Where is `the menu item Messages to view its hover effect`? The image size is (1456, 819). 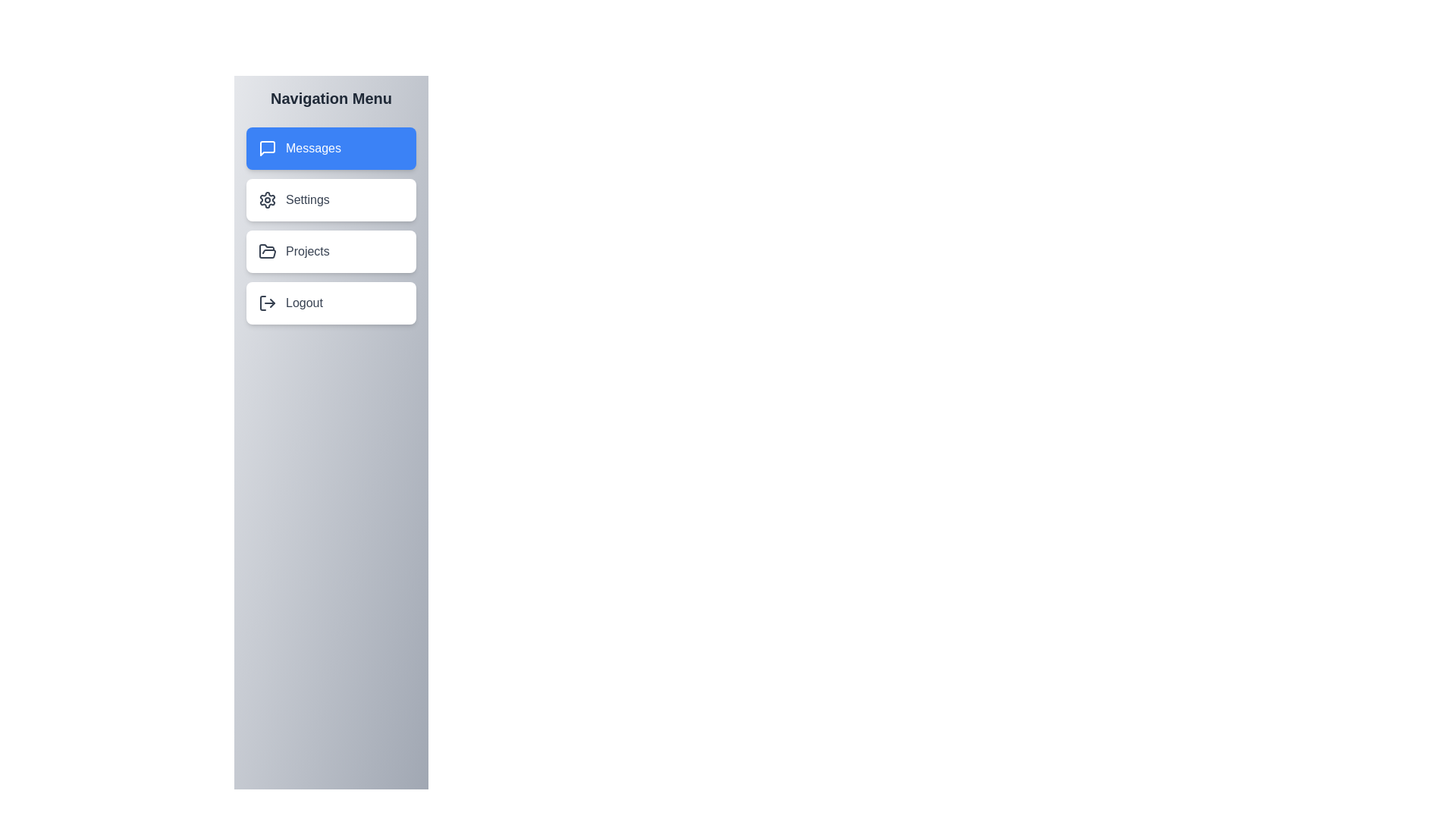 the menu item Messages to view its hover effect is located at coordinates (330, 149).